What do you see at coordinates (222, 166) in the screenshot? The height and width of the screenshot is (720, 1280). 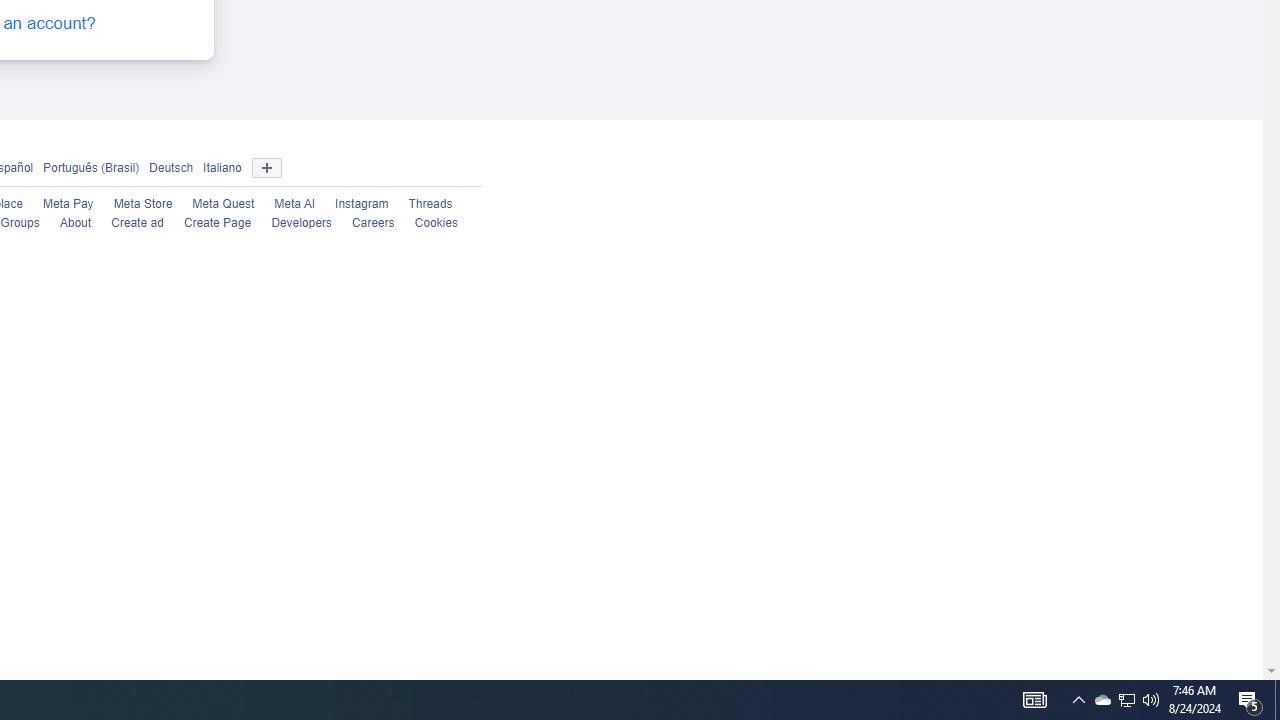 I see `'Italiano'` at bounding box center [222, 166].